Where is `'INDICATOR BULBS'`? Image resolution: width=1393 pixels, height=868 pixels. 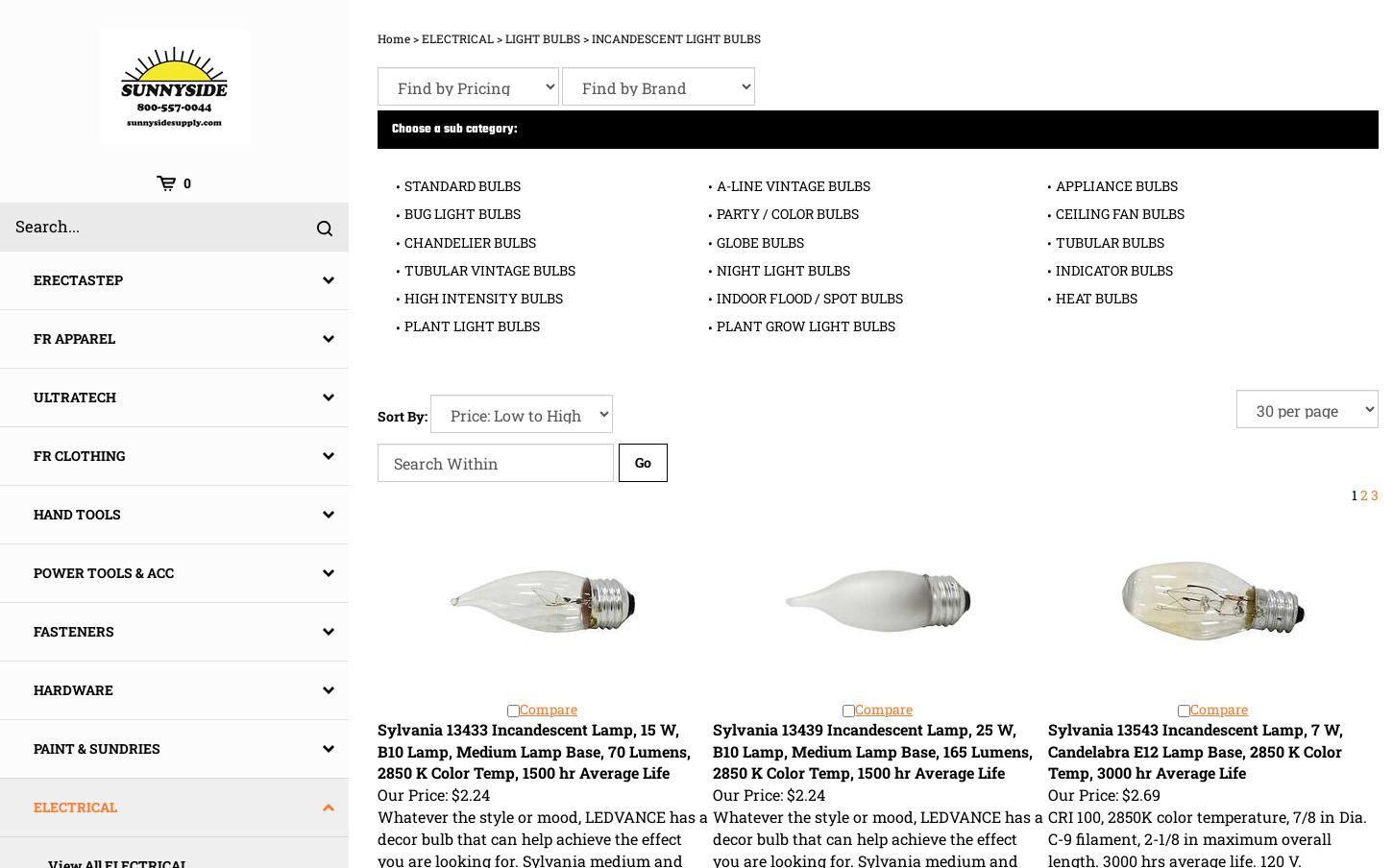
'INDICATOR BULBS' is located at coordinates (1112, 268).